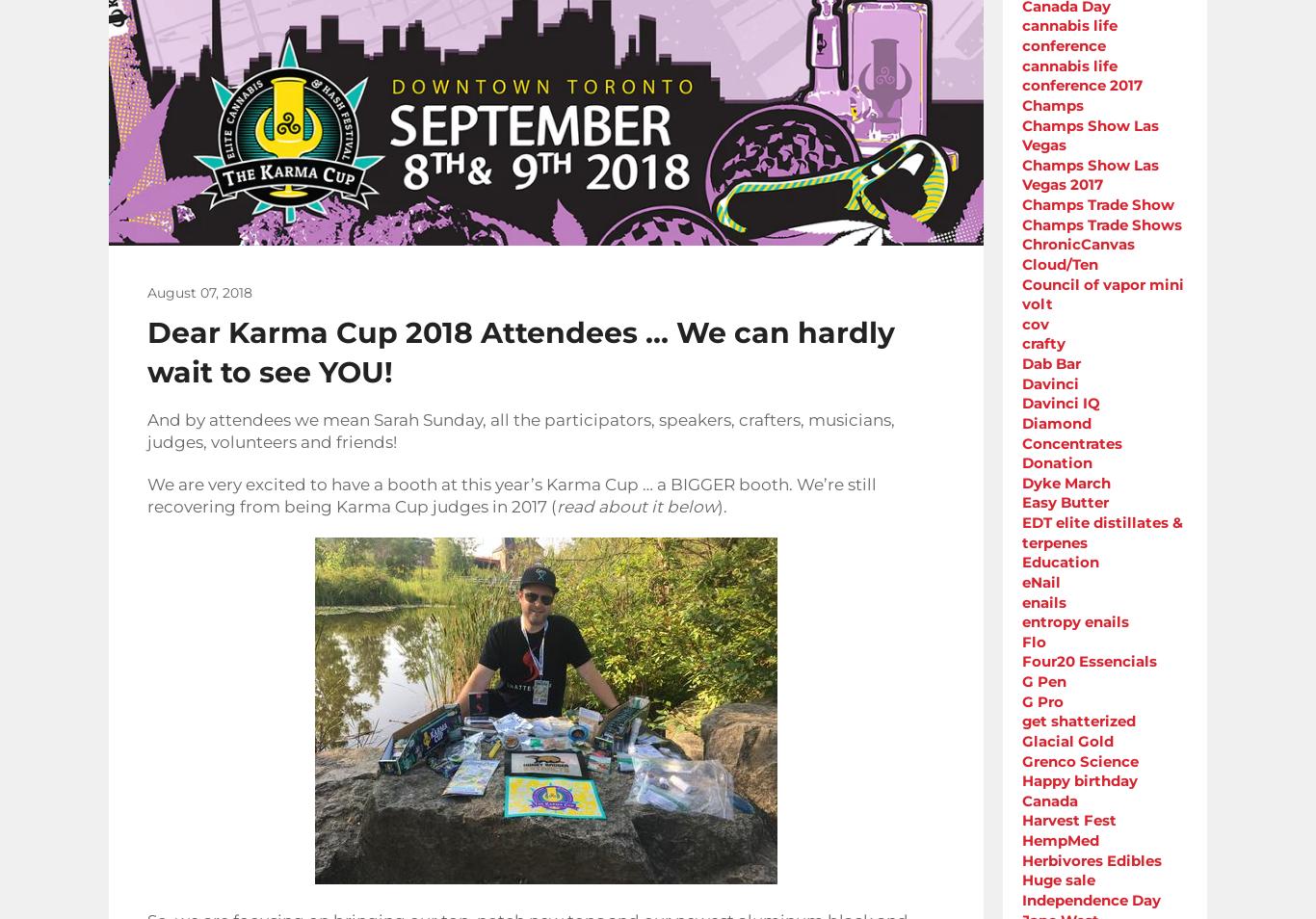 This screenshot has height=919, width=1316. I want to click on 'Donation', so click(1020, 461).